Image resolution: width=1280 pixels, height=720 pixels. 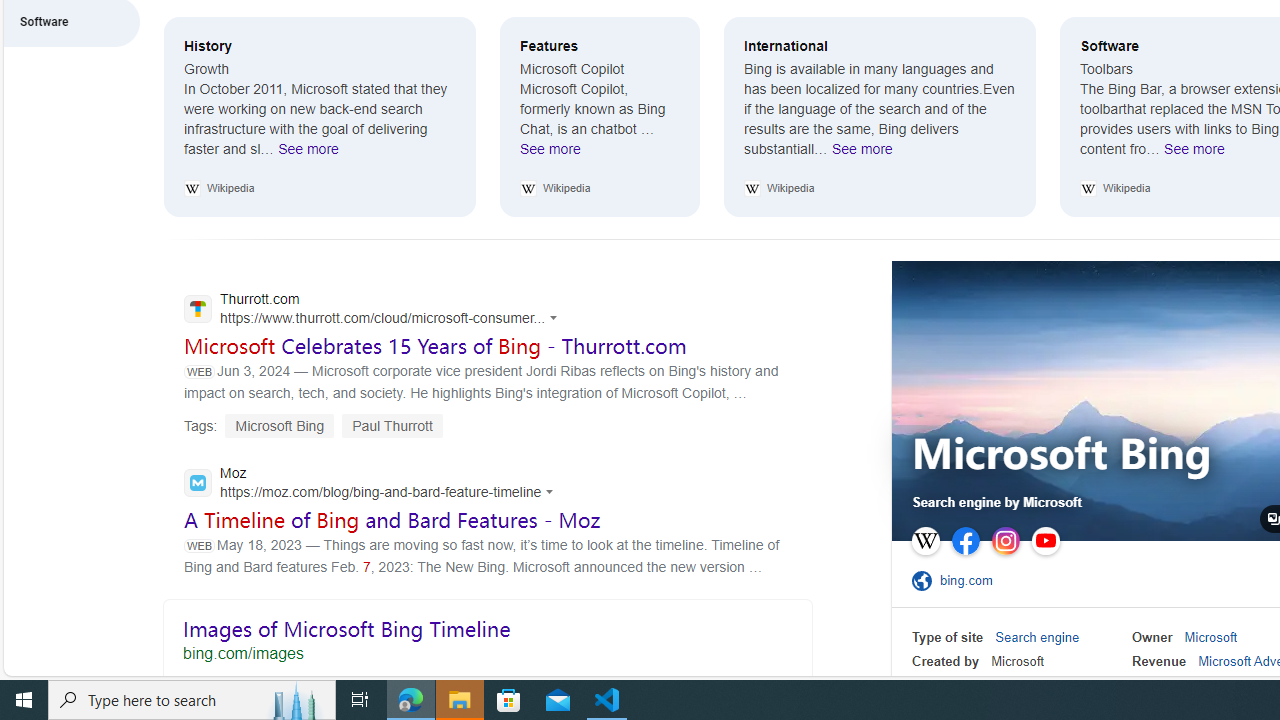 What do you see at coordinates (1006, 541) in the screenshot?
I see `'Instagram'` at bounding box center [1006, 541].